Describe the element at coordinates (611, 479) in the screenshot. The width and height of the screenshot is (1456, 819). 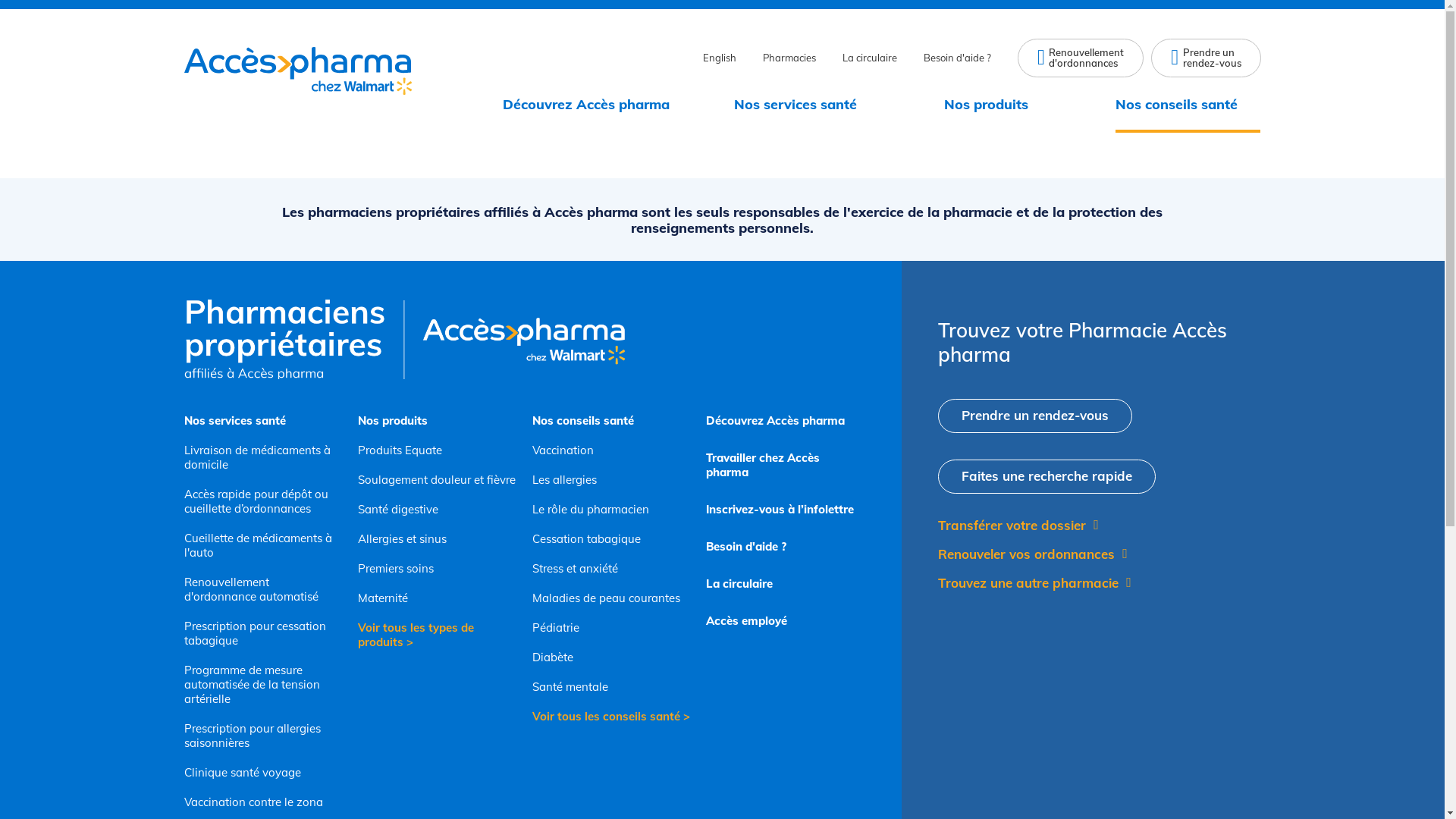
I see `'Les allergies'` at that location.